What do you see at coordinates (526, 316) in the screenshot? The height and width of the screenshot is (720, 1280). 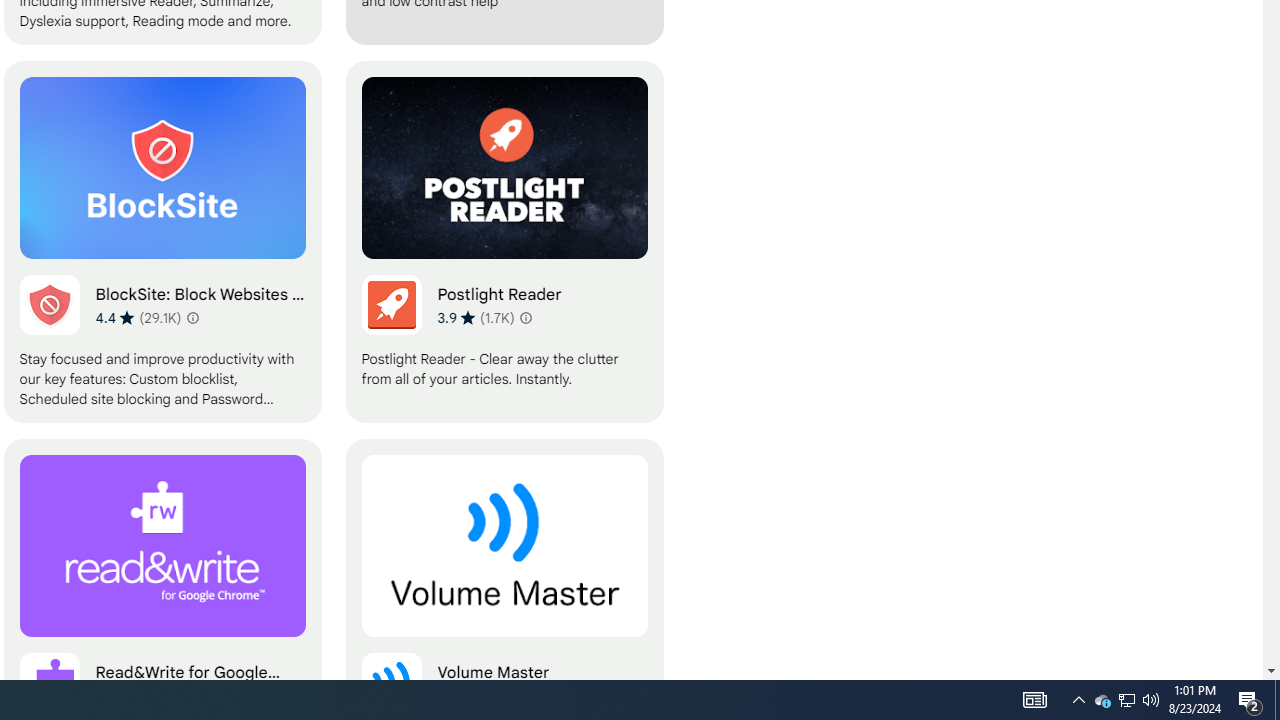 I see `'Learn more about results and reviews "Postlight Reader"'` at bounding box center [526, 316].